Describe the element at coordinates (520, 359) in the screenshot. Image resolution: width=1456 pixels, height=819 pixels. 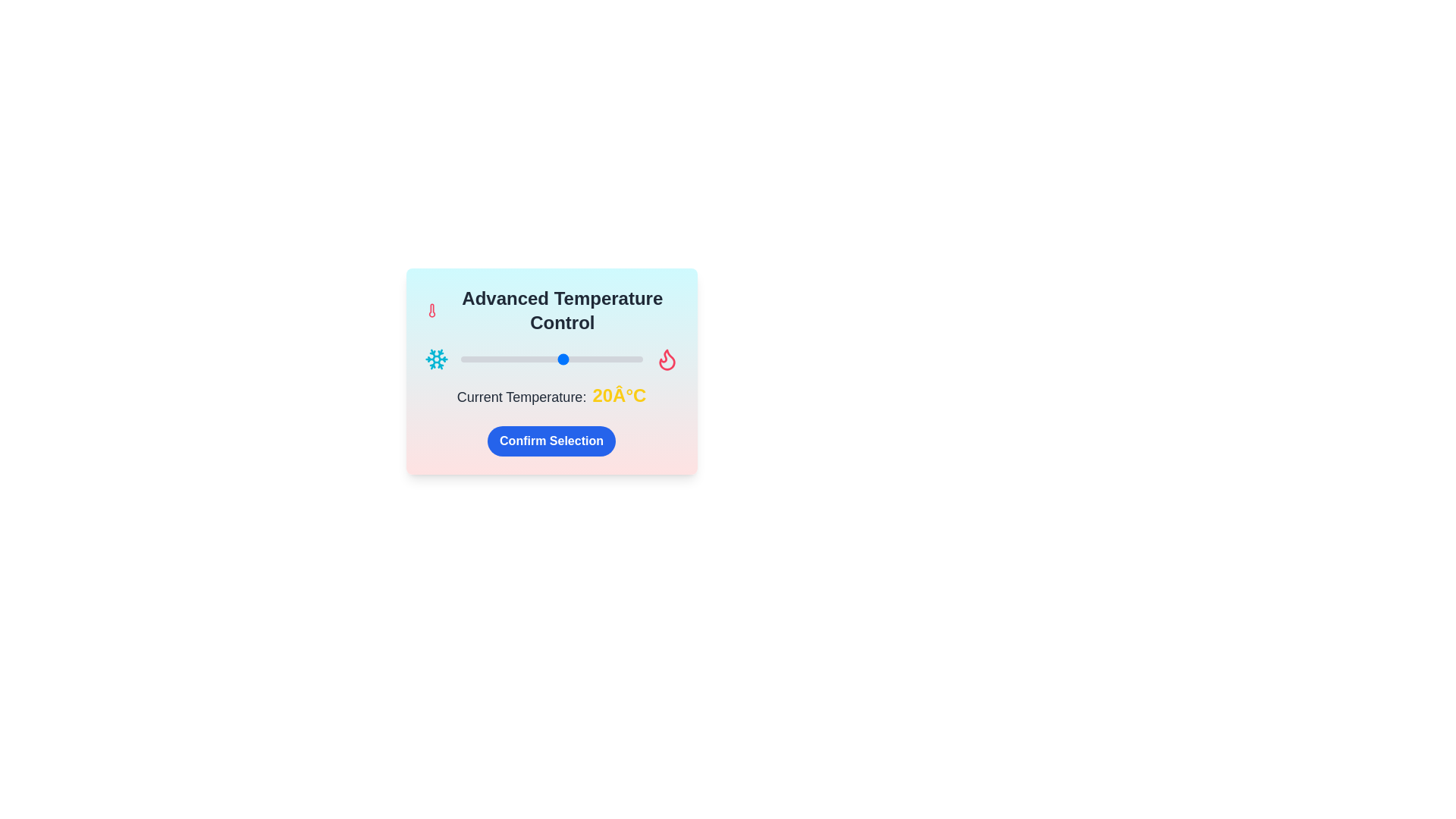
I see `the temperature slider to set the temperature to 3°C` at that location.